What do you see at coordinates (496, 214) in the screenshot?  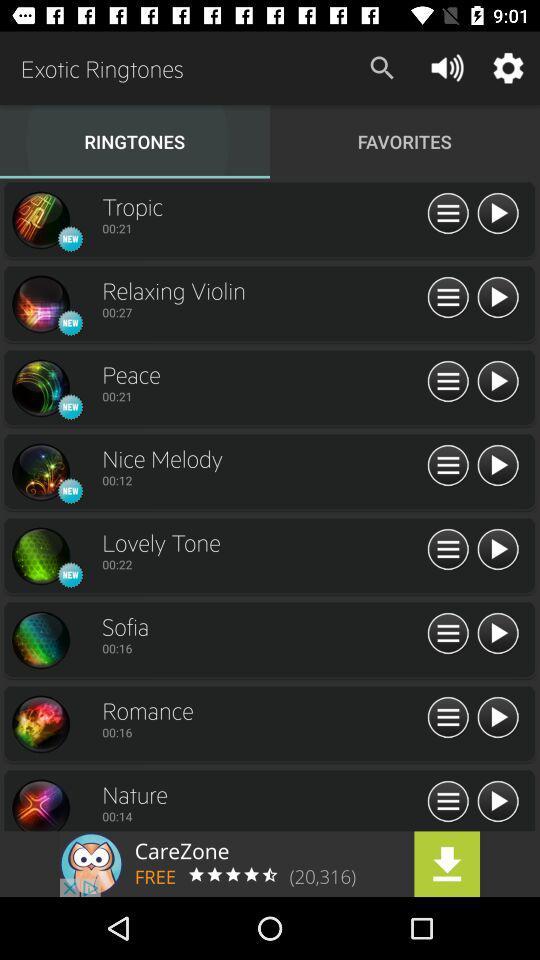 I see `tropic` at bounding box center [496, 214].